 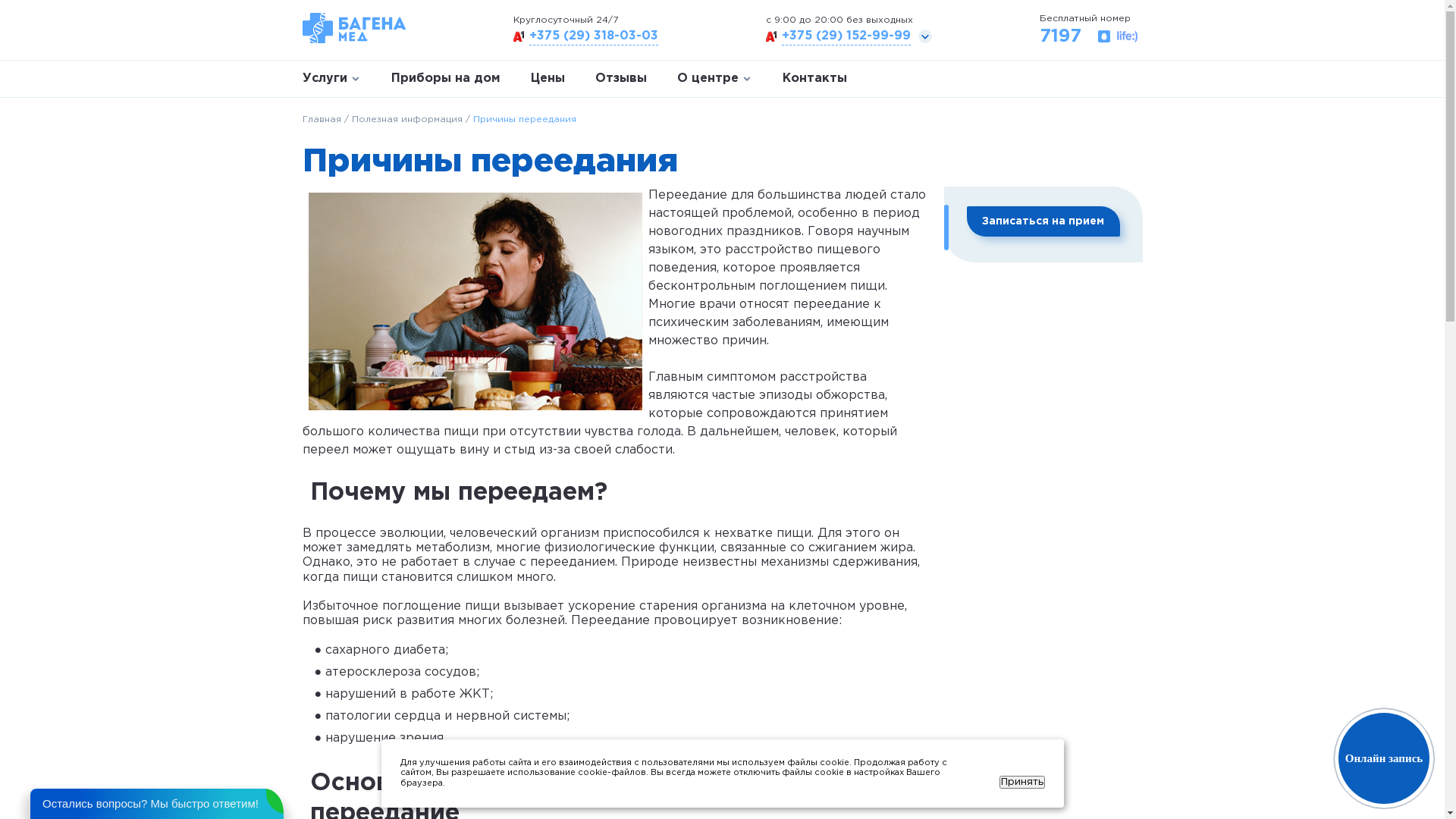 I want to click on '7197', so click(x=1087, y=35).